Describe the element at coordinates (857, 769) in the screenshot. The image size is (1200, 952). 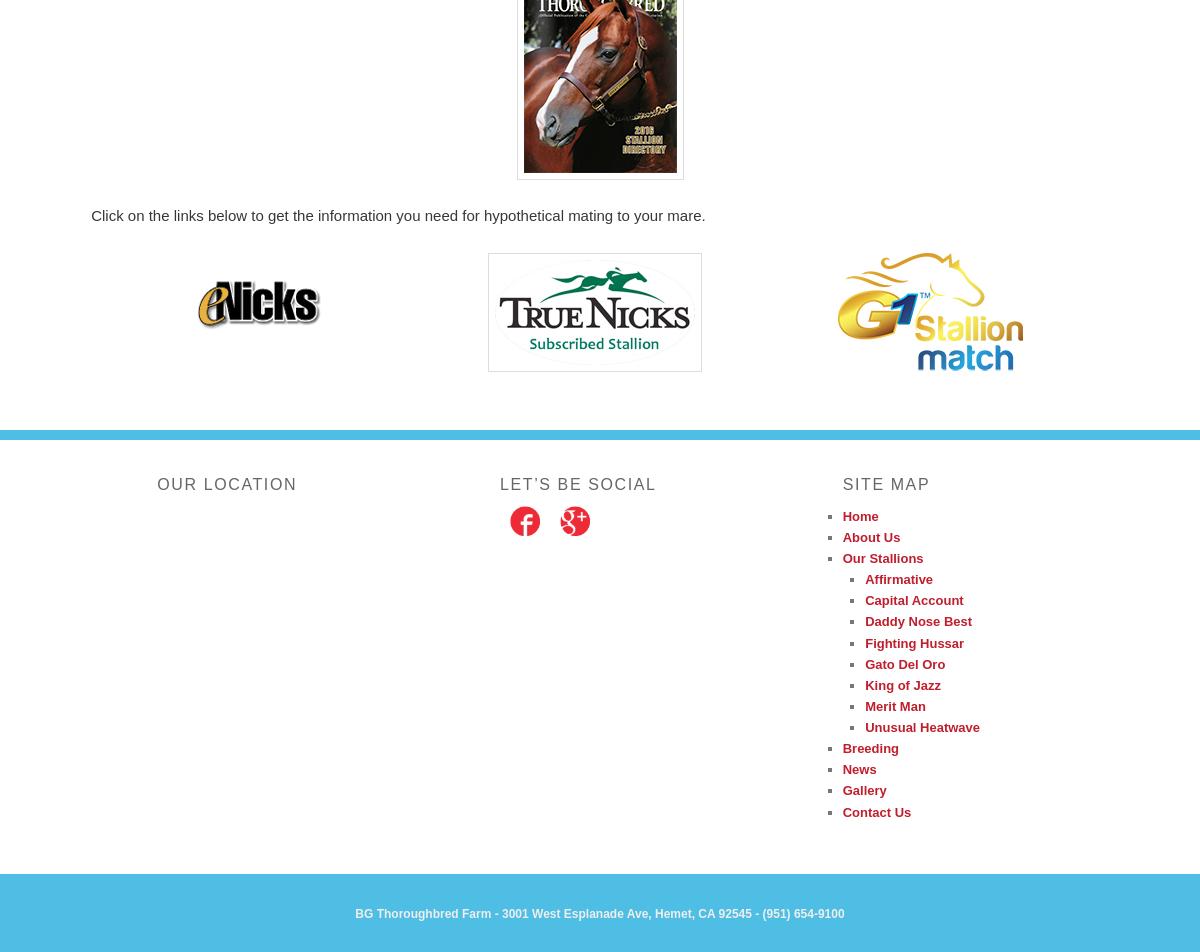
I see `'News'` at that location.